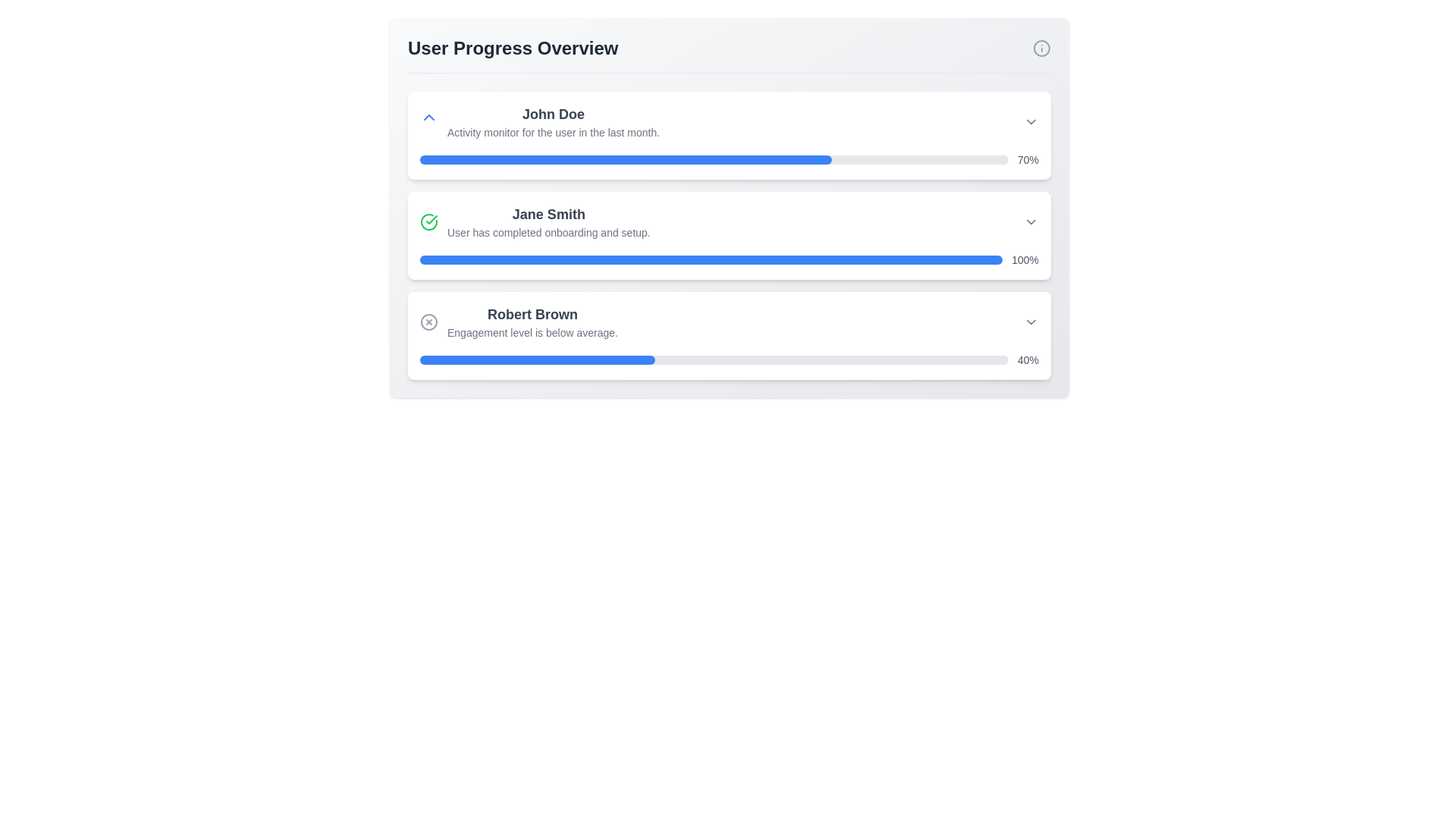  What do you see at coordinates (540, 121) in the screenshot?
I see `the text area of the composite UI element displaying 'John Doe'` at bounding box center [540, 121].